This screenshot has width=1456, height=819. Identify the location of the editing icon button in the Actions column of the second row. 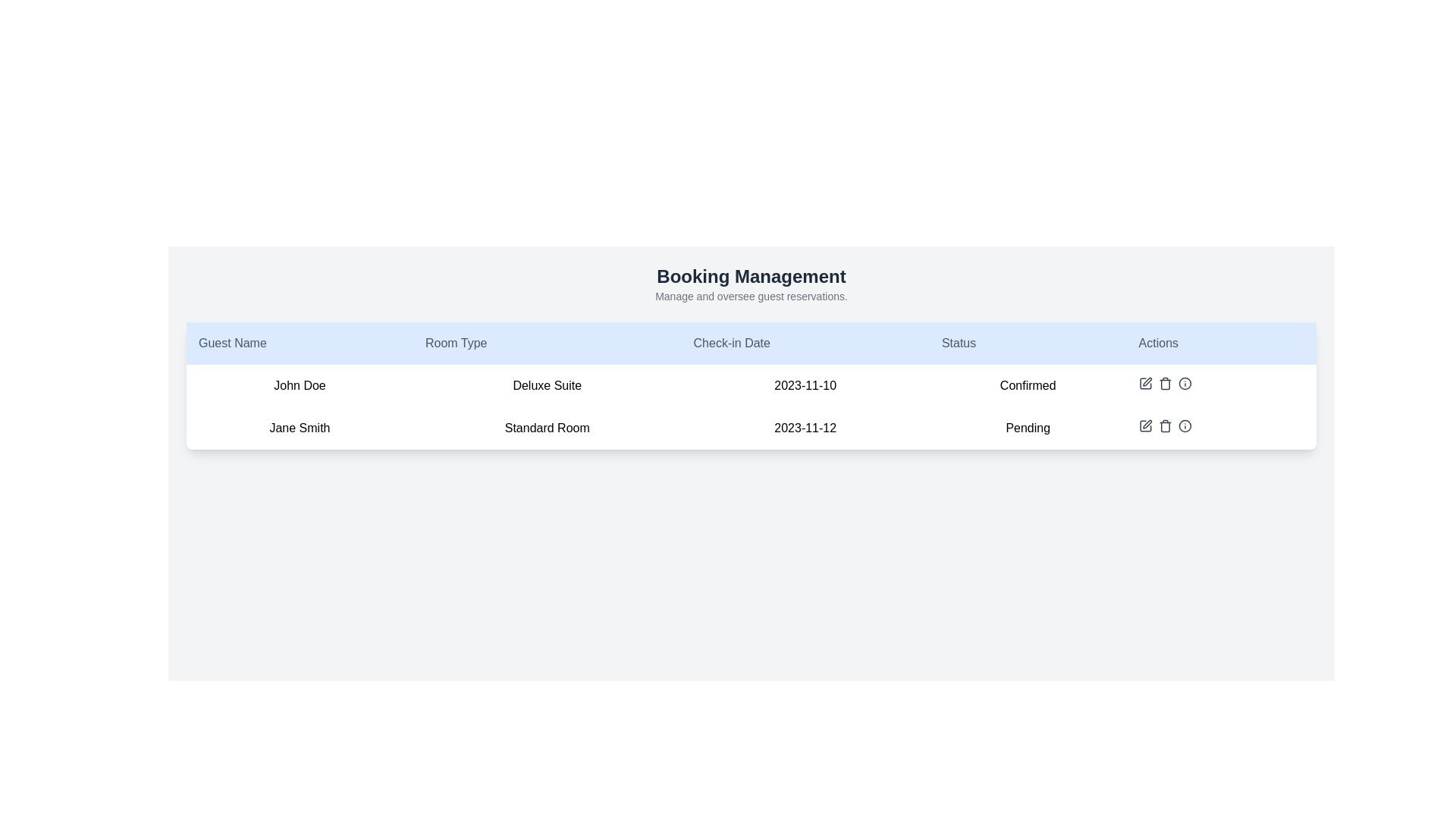
(1145, 426).